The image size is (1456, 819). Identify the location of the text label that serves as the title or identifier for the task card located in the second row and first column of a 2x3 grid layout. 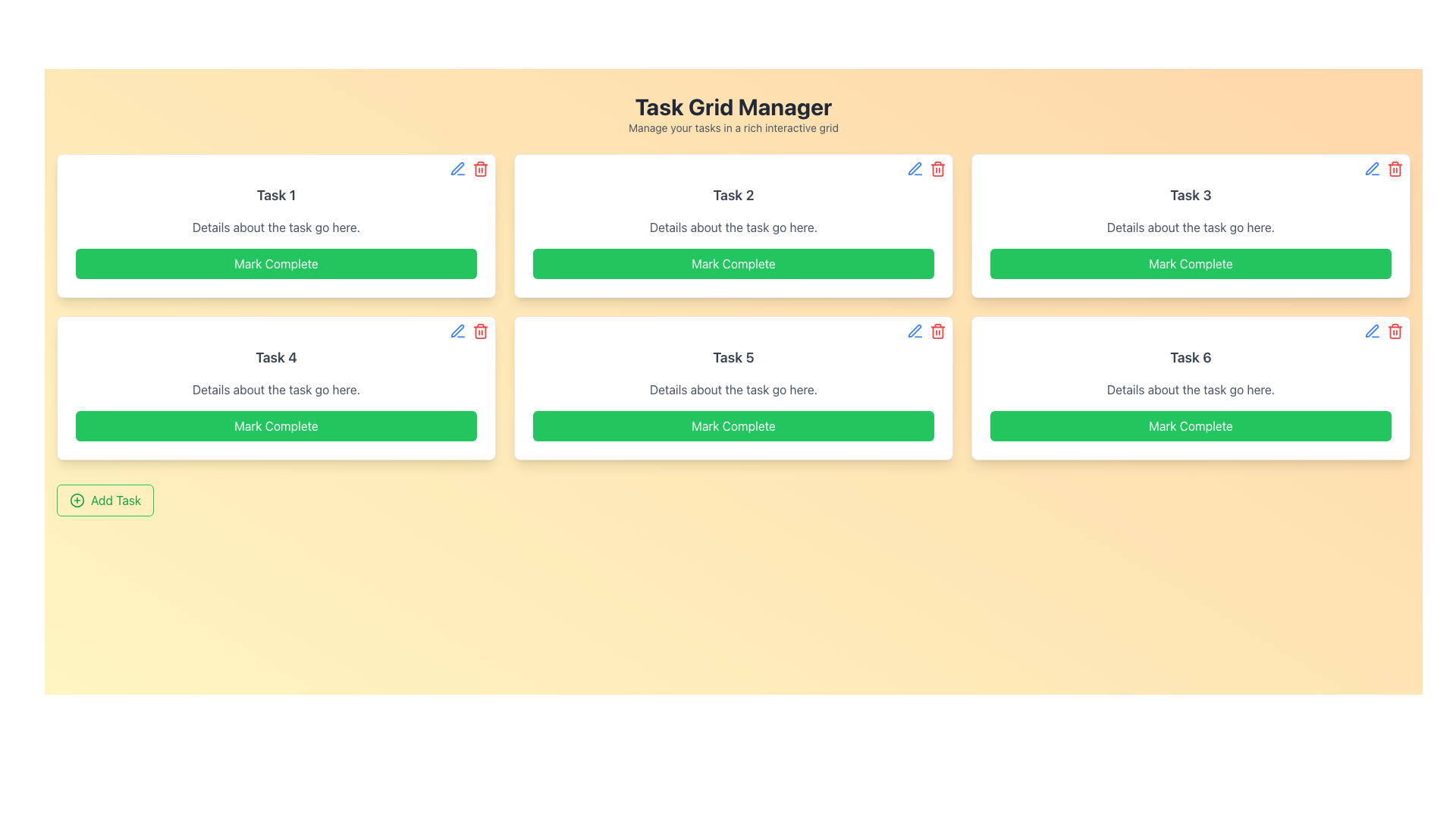
(276, 357).